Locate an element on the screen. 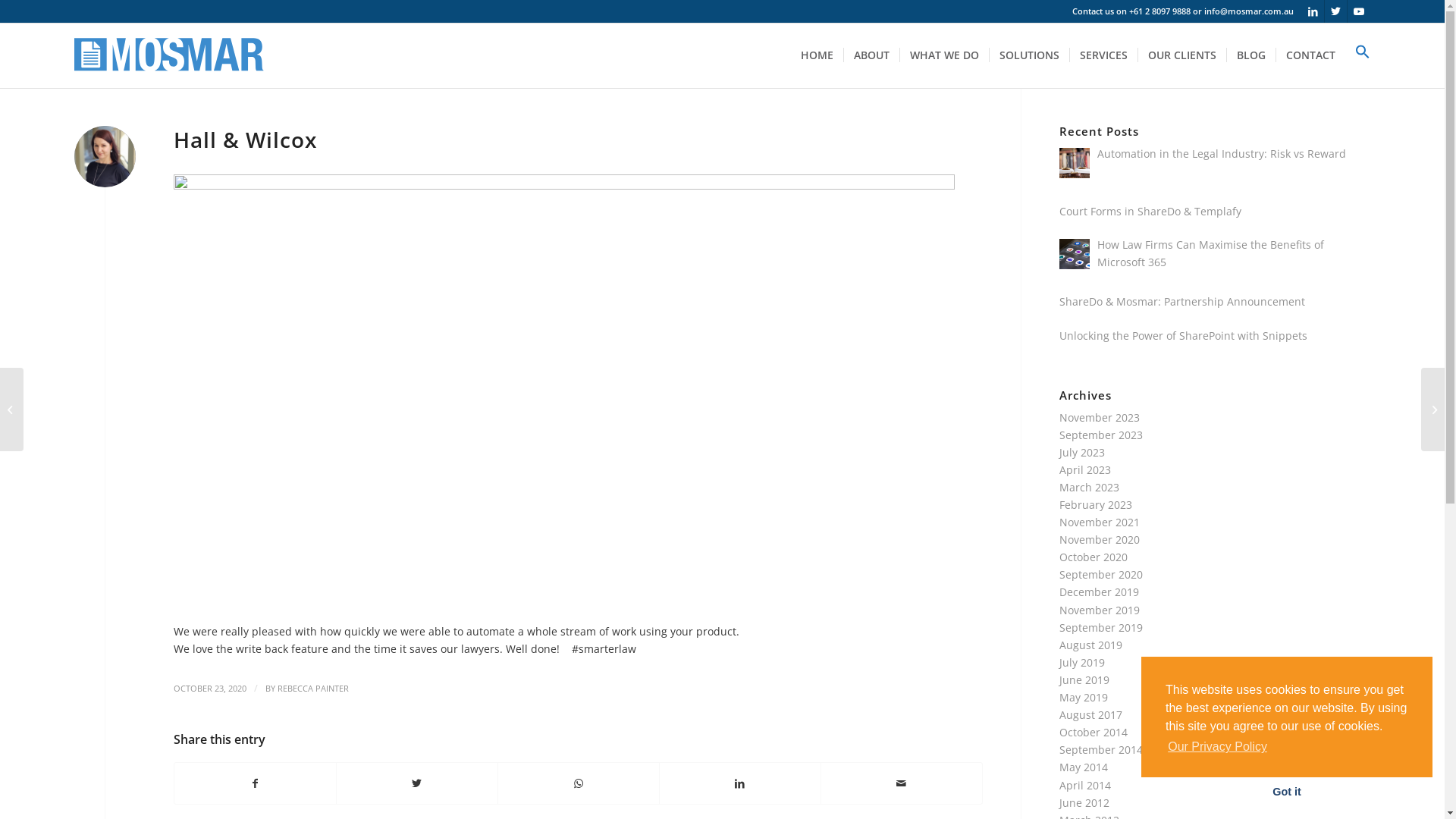  'BLOG' is located at coordinates (1250, 55).